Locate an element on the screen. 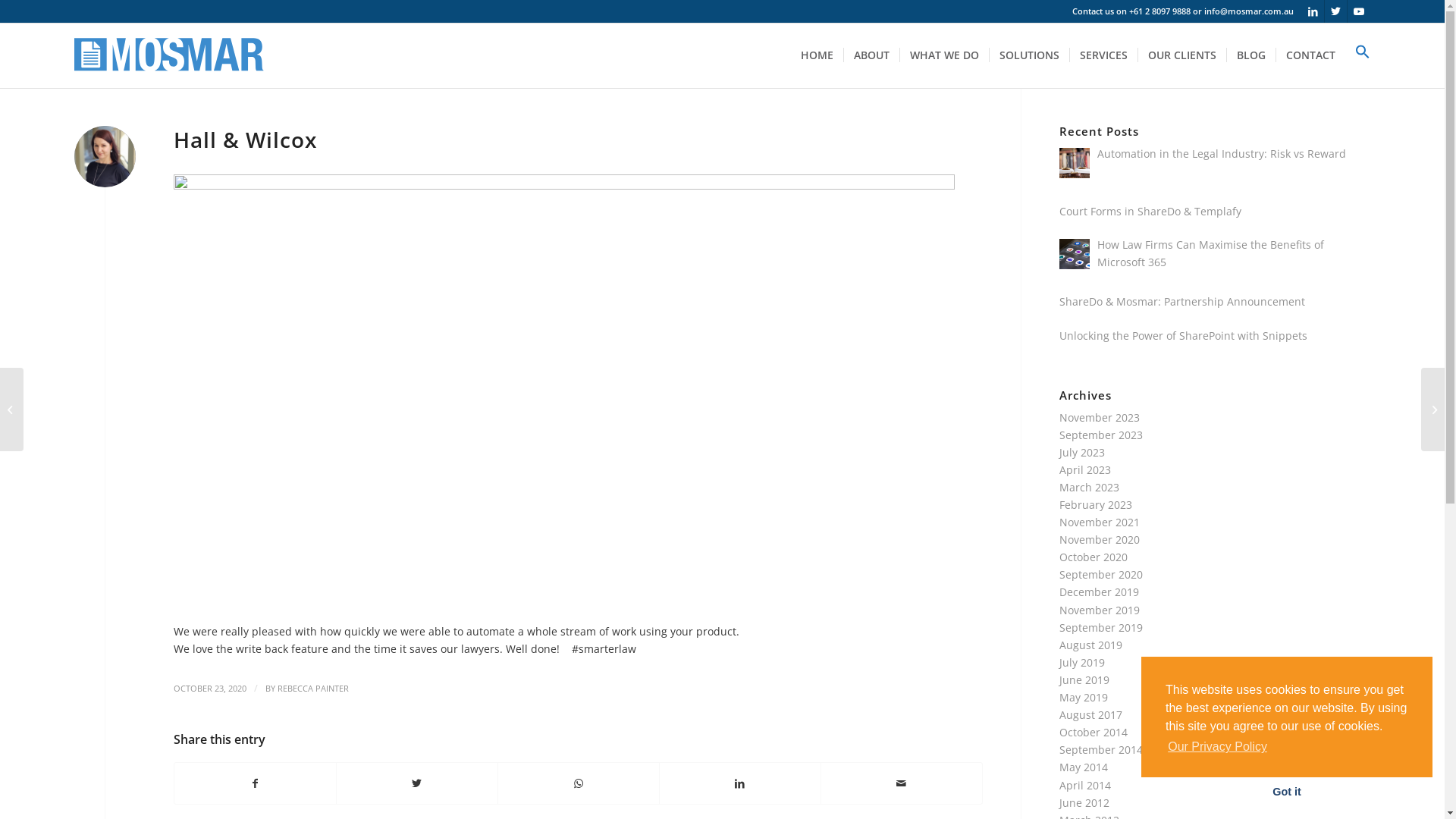  'BLOG' is located at coordinates (1250, 55).